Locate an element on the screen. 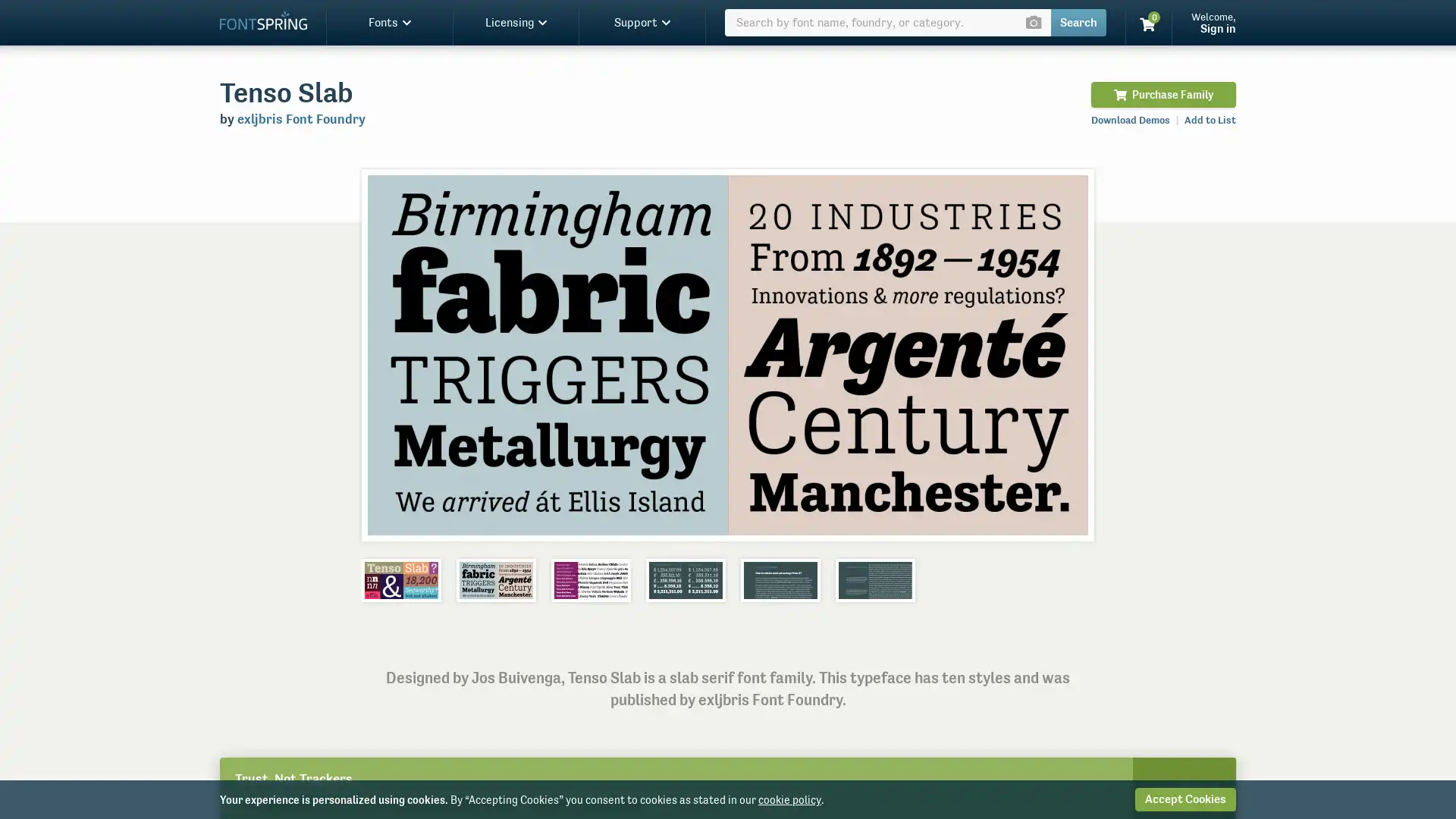 Image resolution: width=1456 pixels, height=819 pixels. Add to List is located at coordinates (1210, 119).